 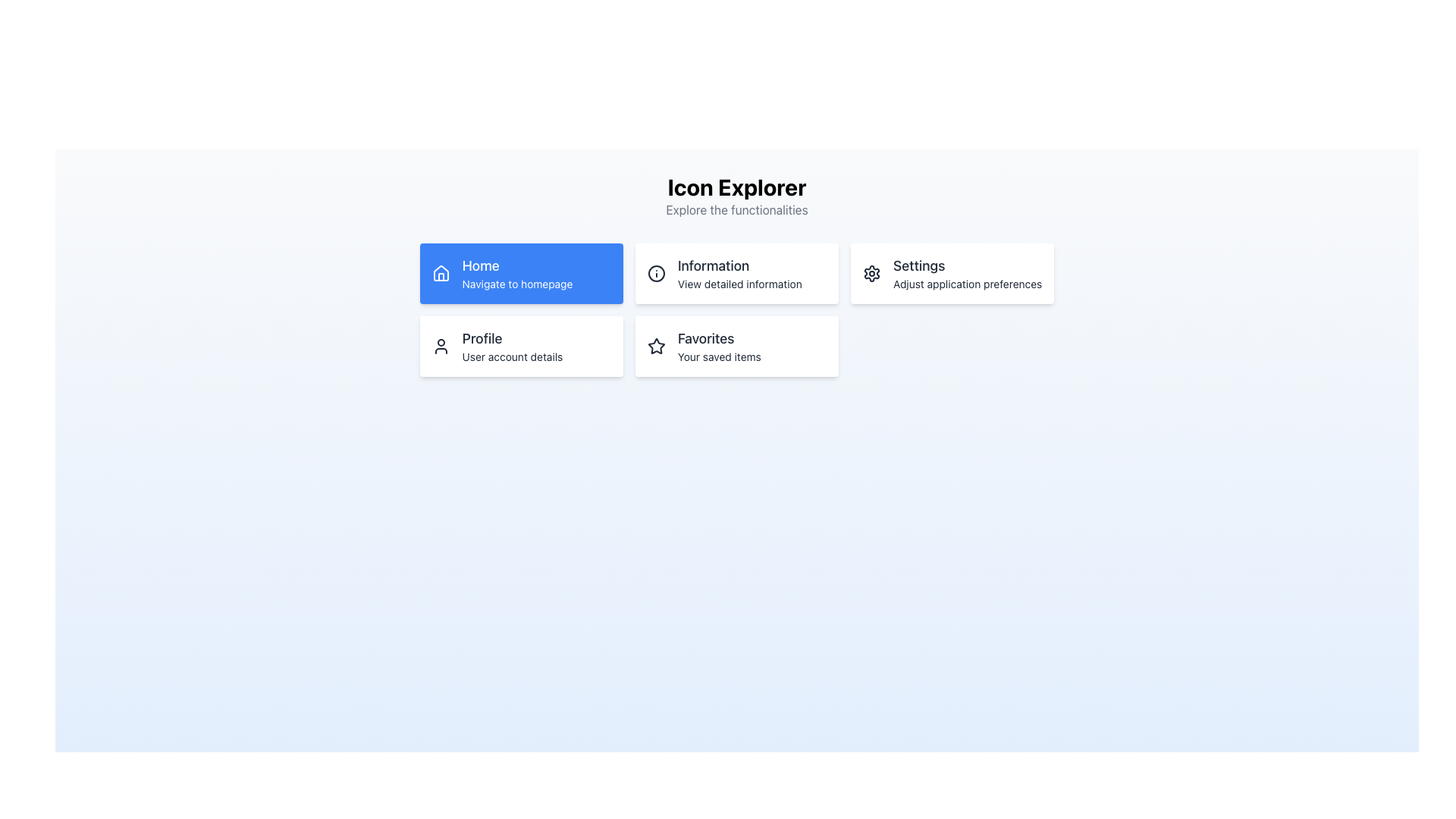 I want to click on the text display element labeled 'Favorites' which shows two lines of text: 'Favorites' in bold and 'Your saved items' in a smaller font, so click(x=718, y=346).